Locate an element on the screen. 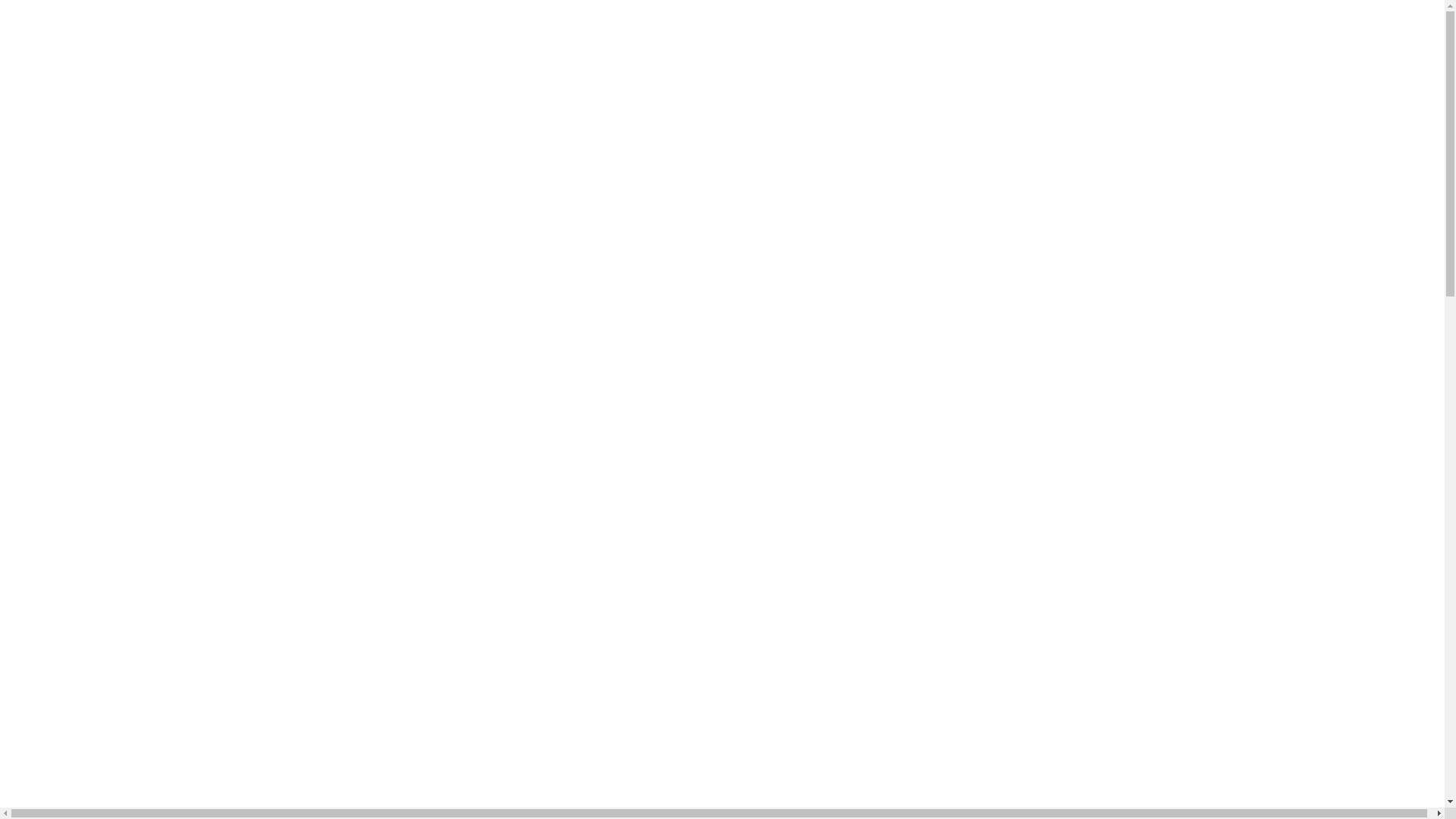 This screenshot has height=819, width=1456. 'ALL' is located at coordinates (48, 277).